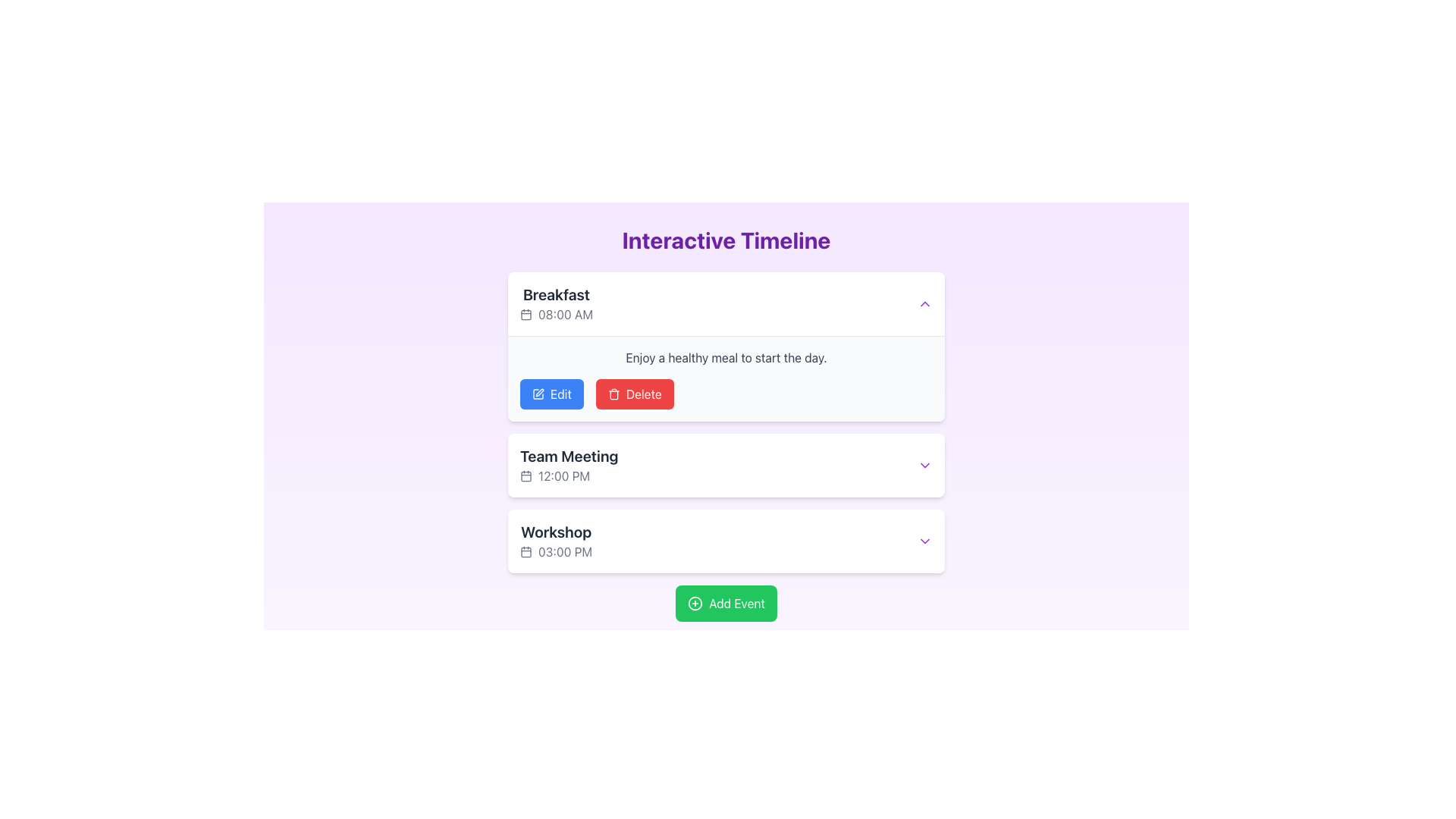 This screenshot has height=819, width=1456. What do you see at coordinates (526, 552) in the screenshot?
I see `the date or time Icon located leftmost` at bounding box center [526, 552].